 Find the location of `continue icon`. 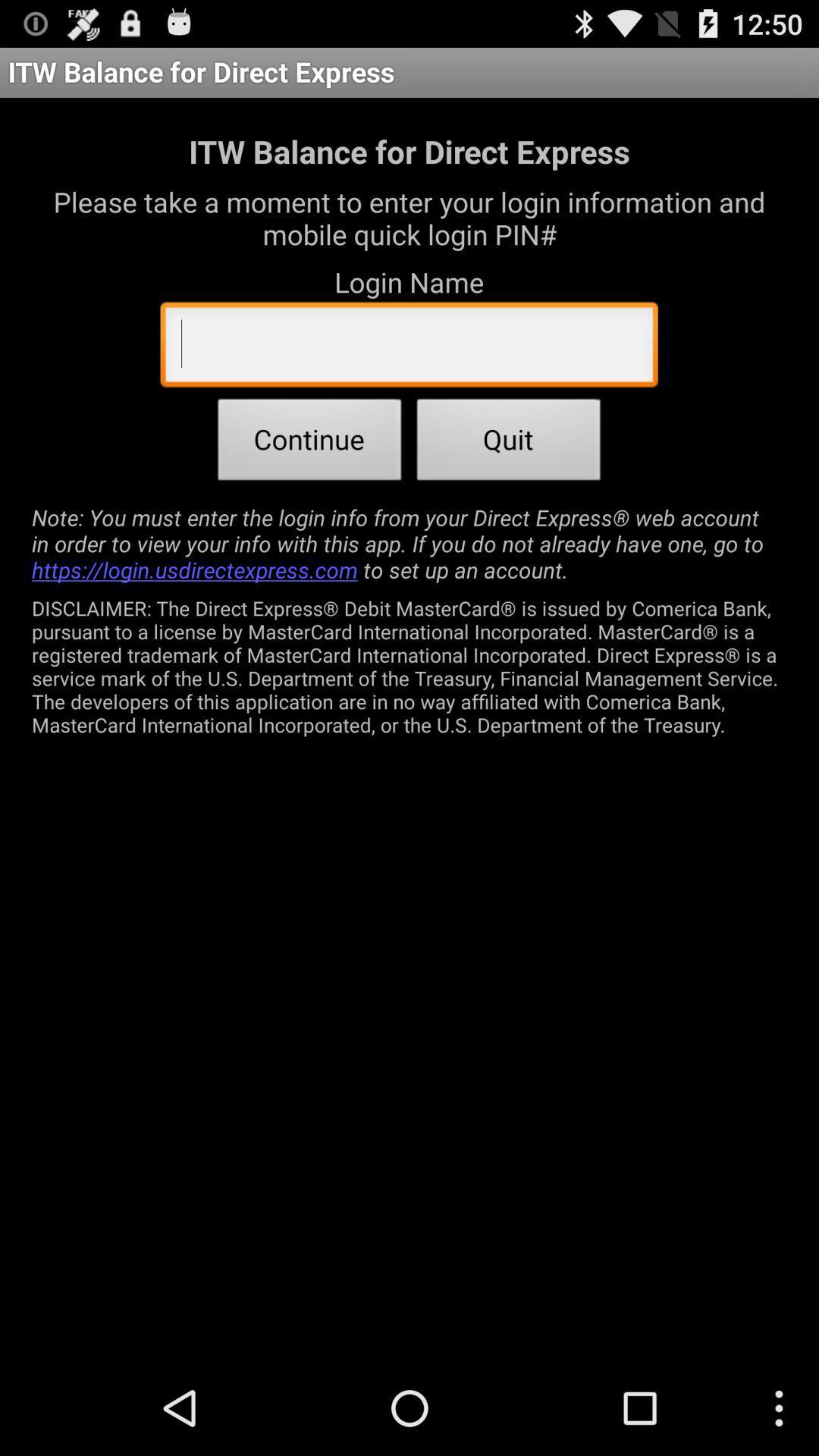

continue icon is located at coordinates (309, 443).